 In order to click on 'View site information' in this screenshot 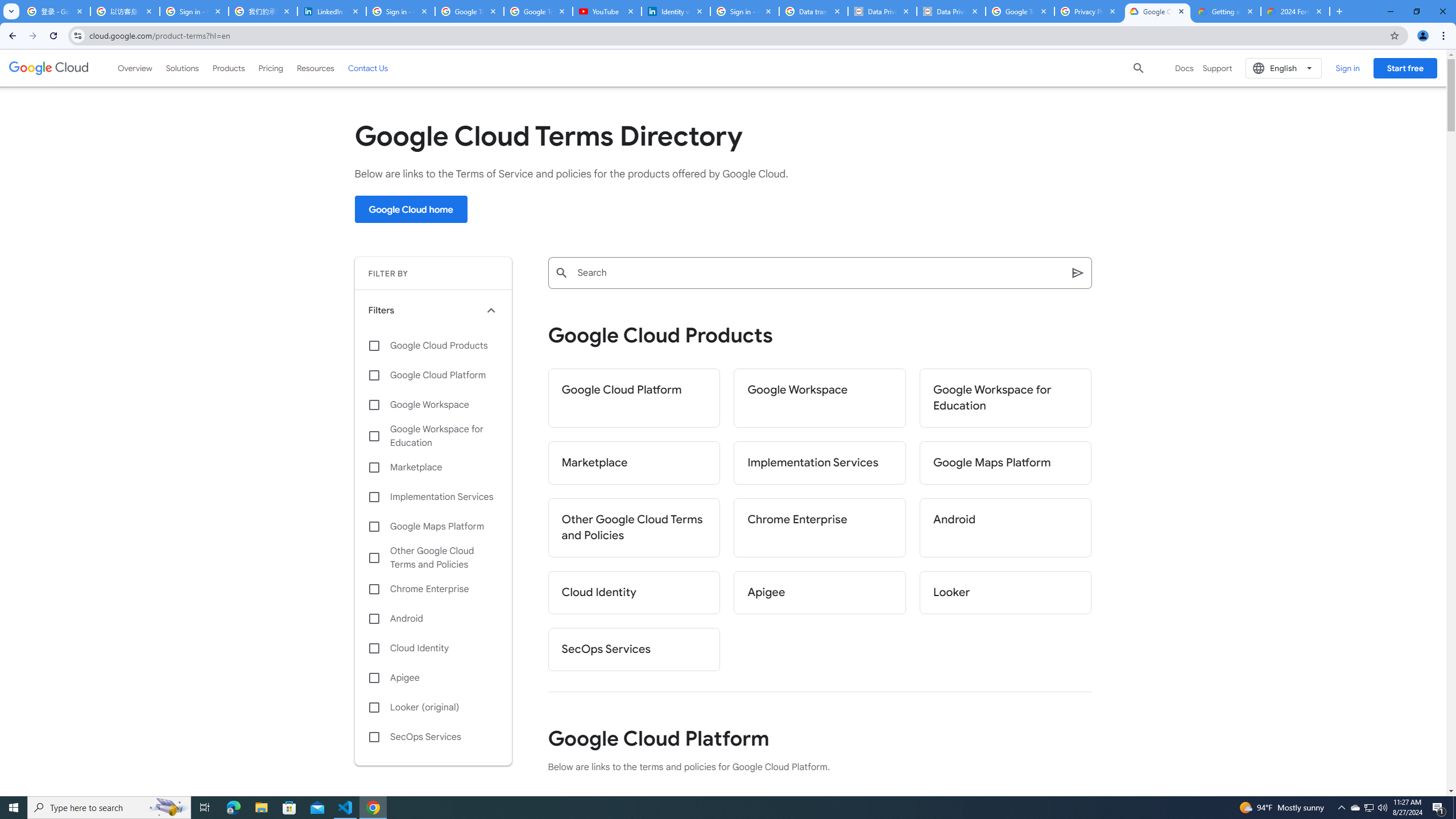, I will do `click(77, 35)`.